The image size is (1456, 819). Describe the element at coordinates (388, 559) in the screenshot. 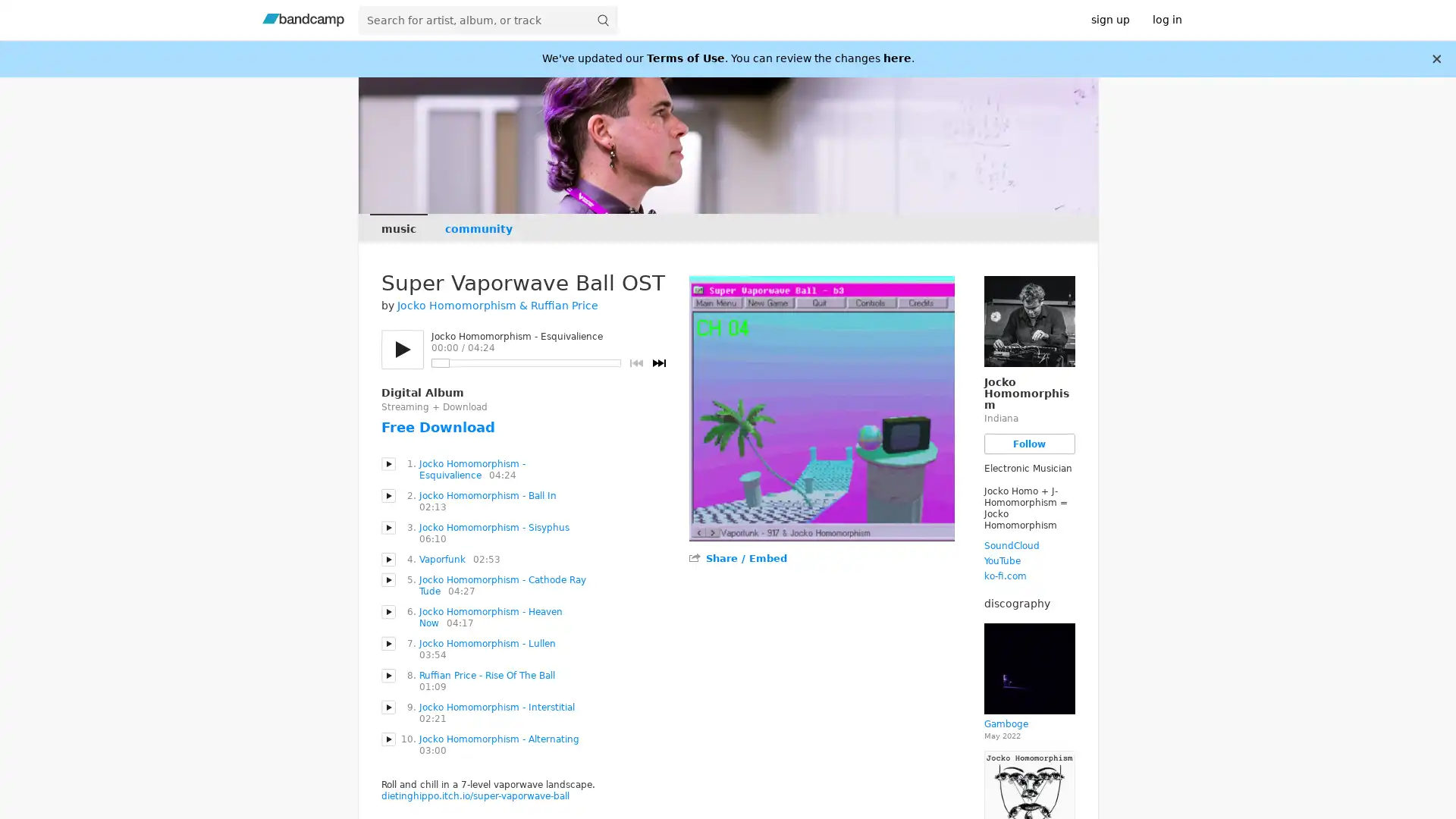

I see `Play Vaporfunk` at that location.